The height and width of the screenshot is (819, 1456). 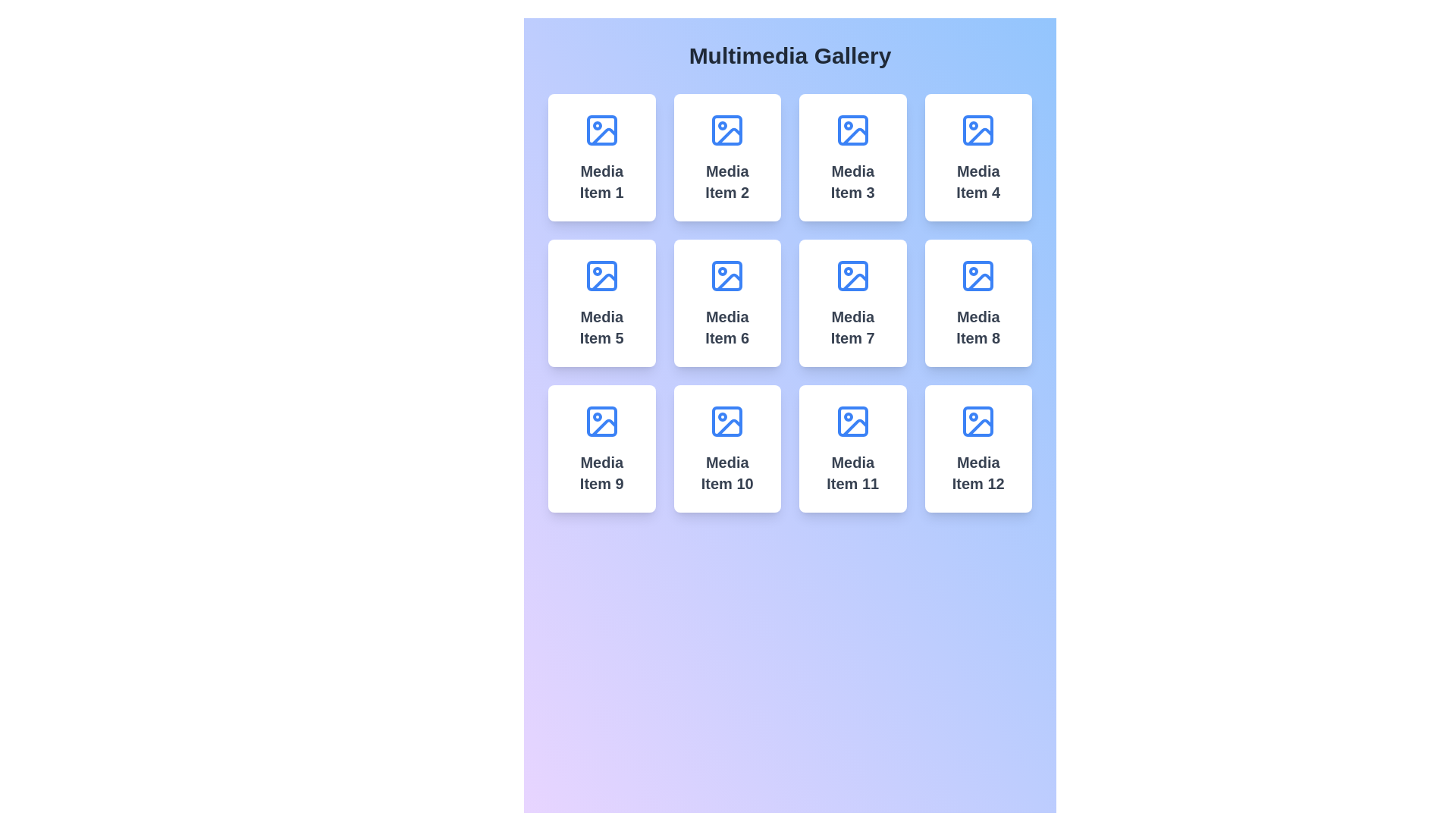 What do you see at coordinates (978, 275) in the screenshot?
I see `the icon with a blue outline and circular element located at the top of 'Media Item 8' card, positioned in the third column, second row of the grid layout` at bounding box center [978, 275].